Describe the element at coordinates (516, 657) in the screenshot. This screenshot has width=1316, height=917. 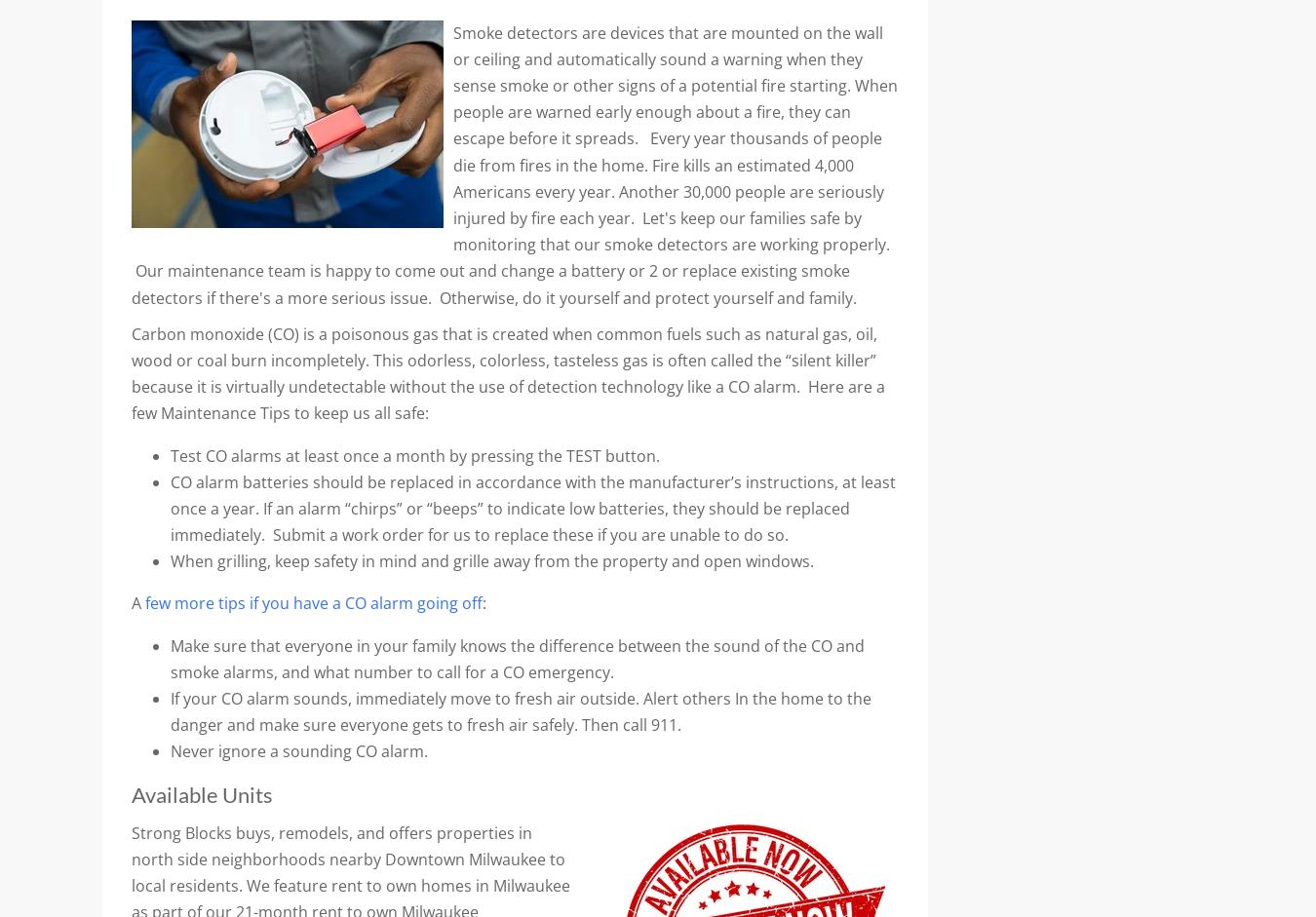
I see `'Make sure that everyone in your family knows the difference between the sound of the CO and smoke alarms, and what number to call for a CO emergency.'` at that location.